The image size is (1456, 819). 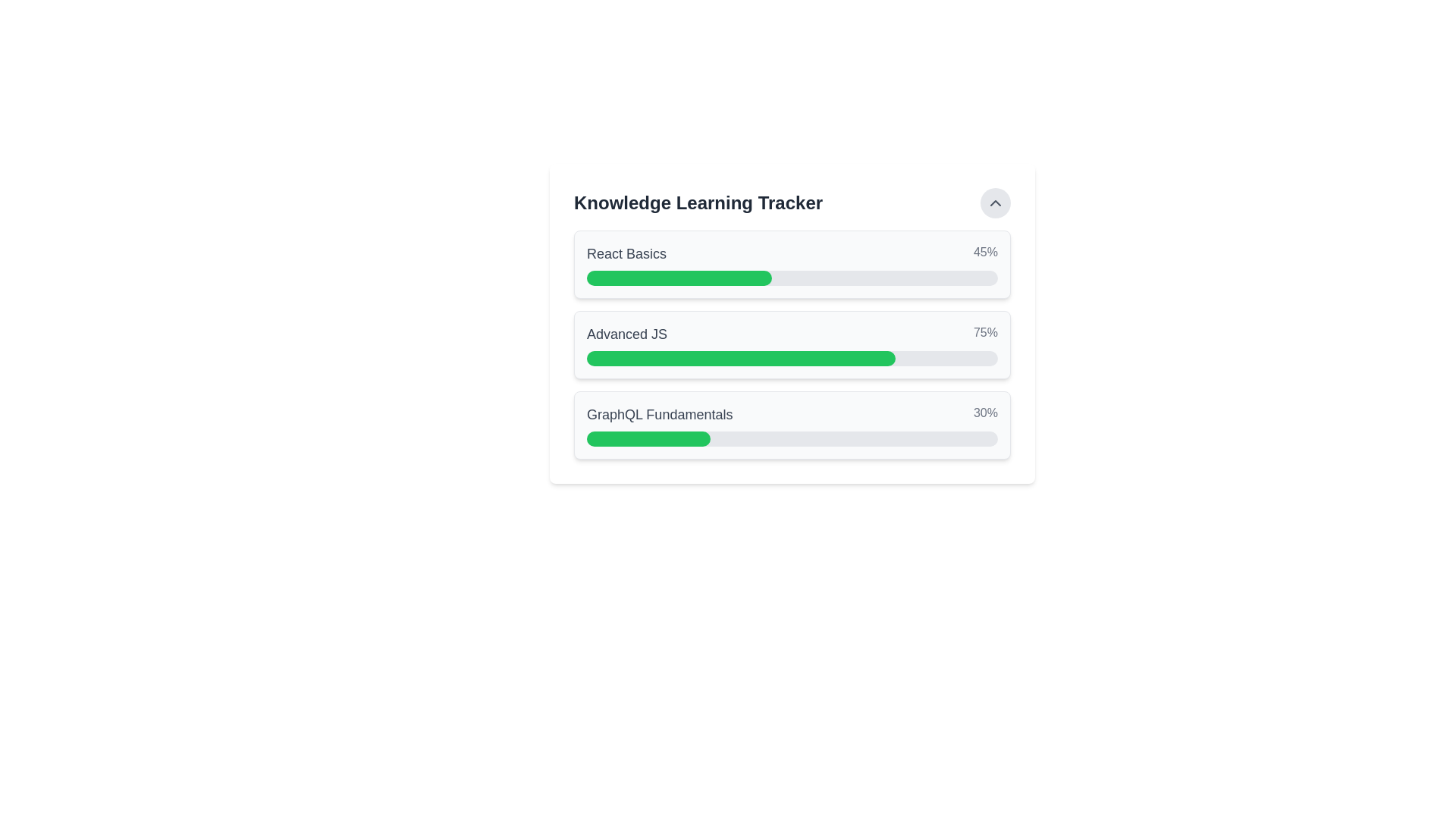 What do you see at coordinates (996, 202) in the screenshot?
I see `the upward-pointing chevron icon styled with a gray color and thin border strokes, which is positioned within a circular button near the top-right corner of the interface adjacent to the title 'Knowledge Learning Tracker'` at bounding box center [996, 202].